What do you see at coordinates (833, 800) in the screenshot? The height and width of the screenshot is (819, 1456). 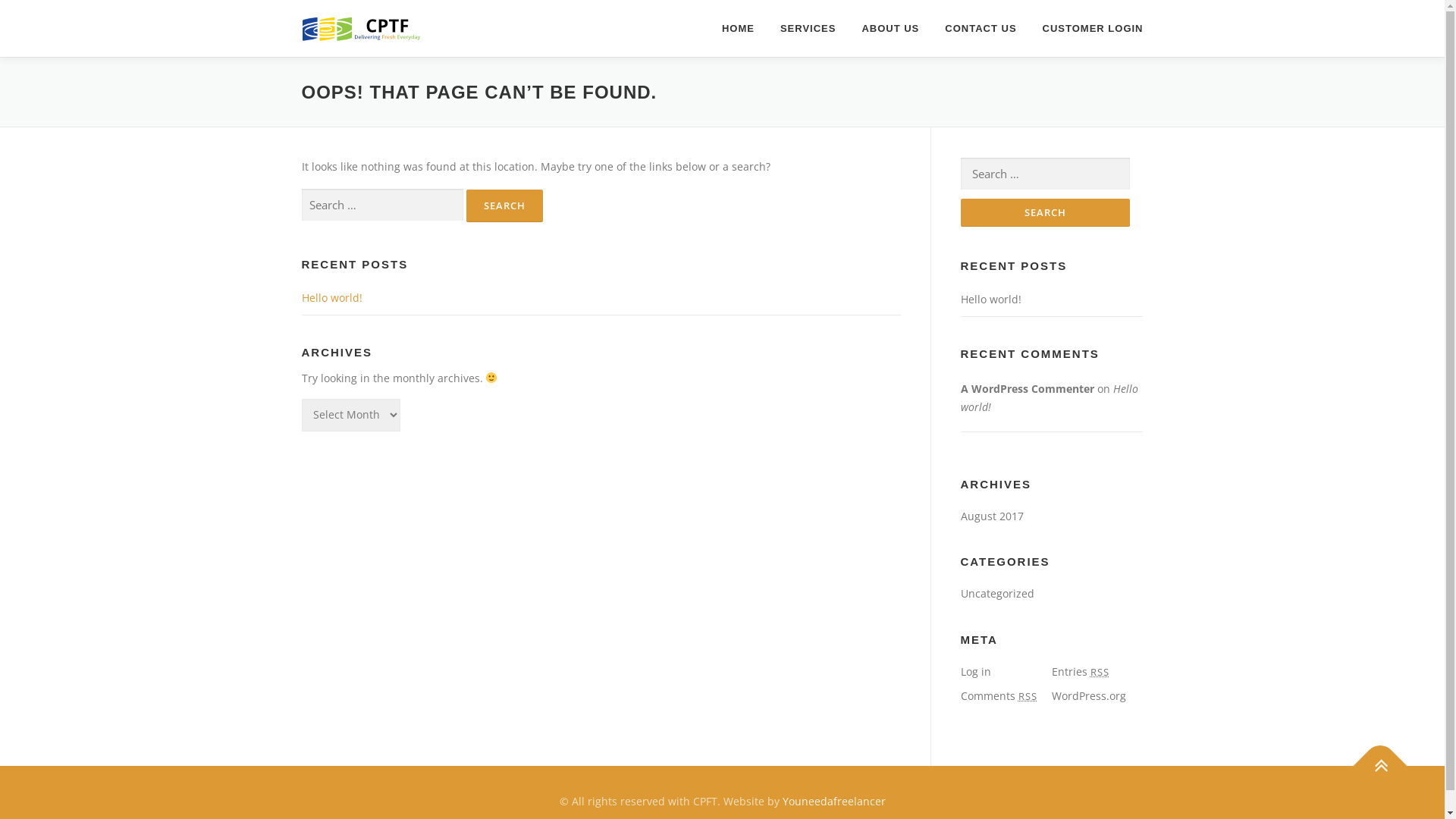 I see `'Youneedafreelancer'` at bounding box center [833, 800].